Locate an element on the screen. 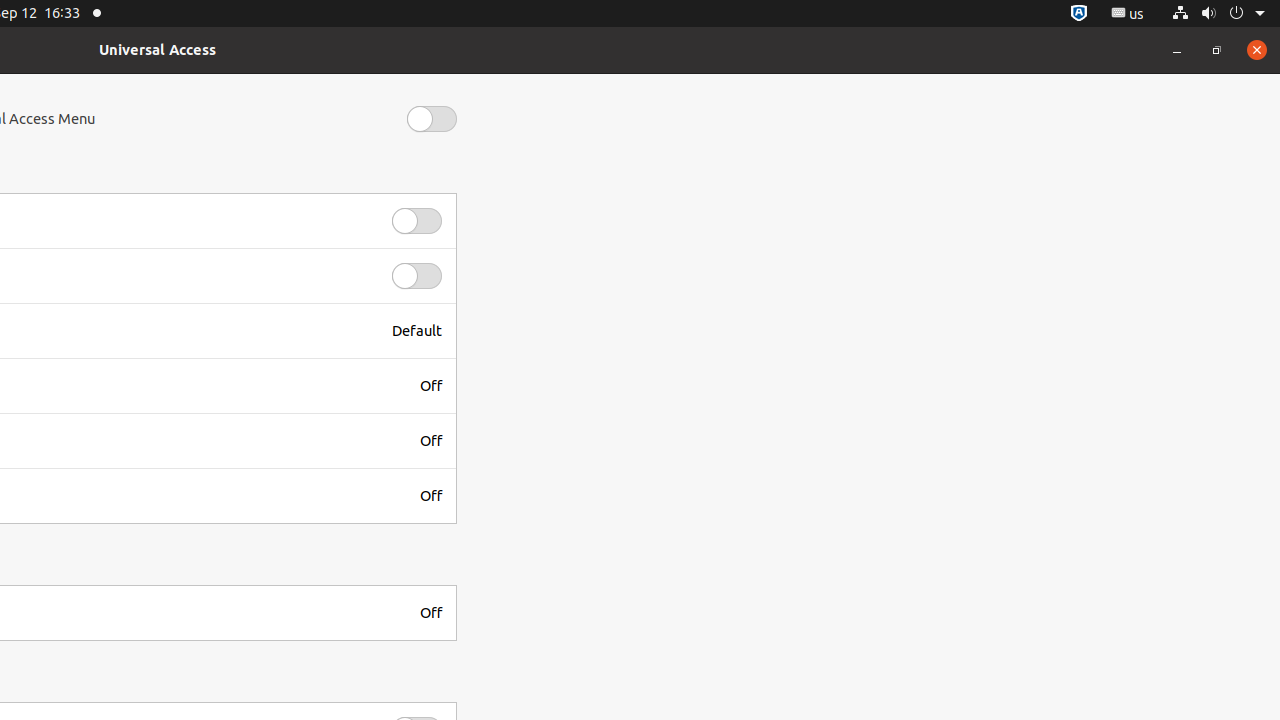 Image resolution: width=1280 pixels, height=720 pixels. 'Default' is located at coordinates (416, 329).